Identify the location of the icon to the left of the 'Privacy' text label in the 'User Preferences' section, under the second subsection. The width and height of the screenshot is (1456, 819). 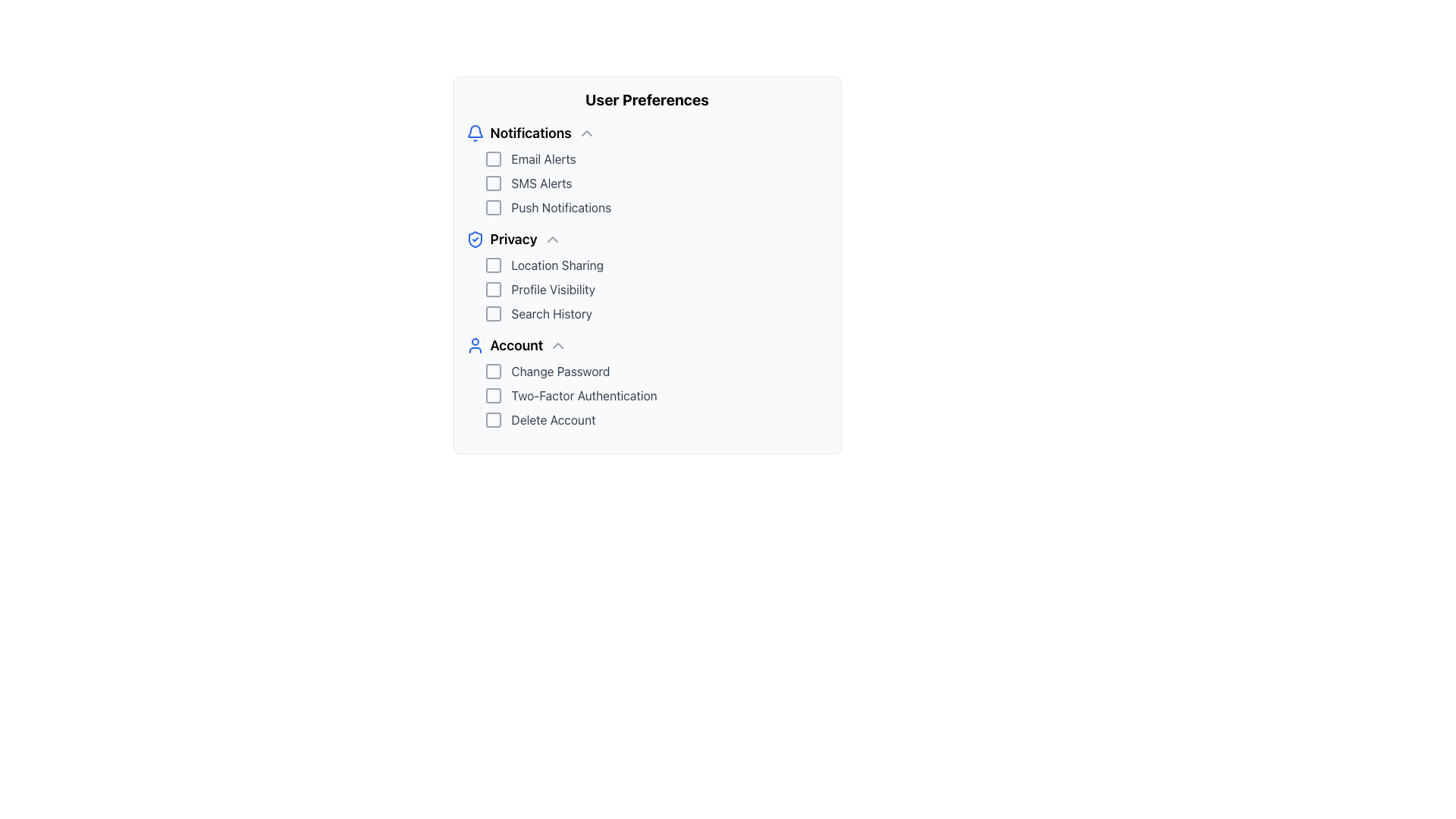
(474, 239).